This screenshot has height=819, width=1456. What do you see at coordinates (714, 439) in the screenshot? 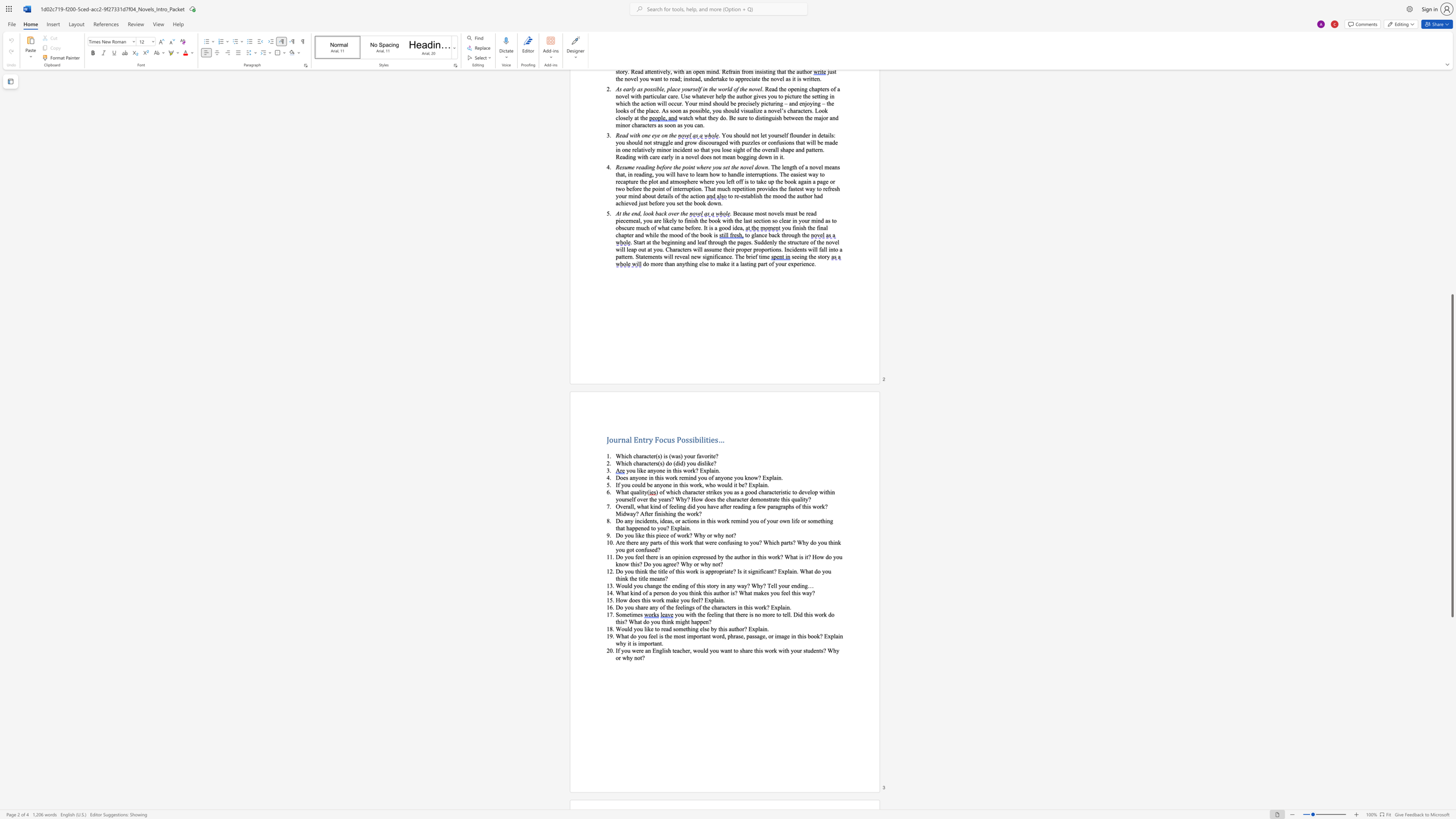
I see `the space between the continuous character "e" and "s" in the text` at bounding box center [714, 439].